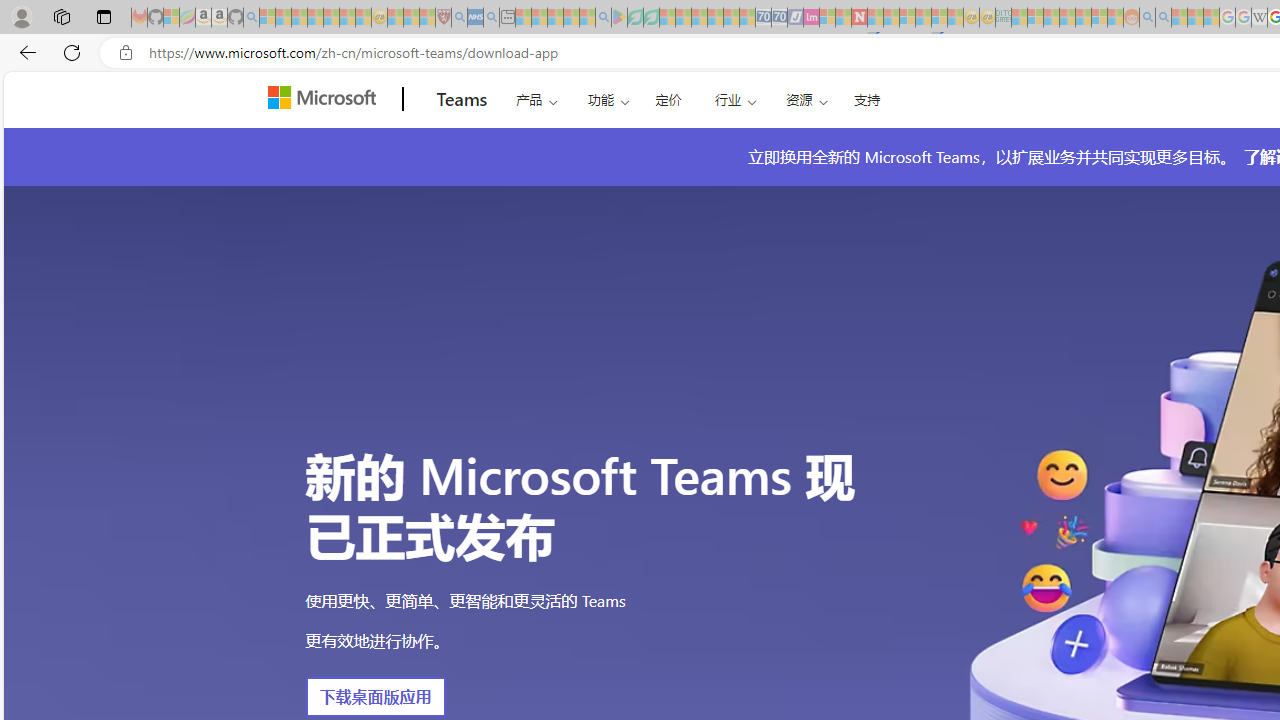 This screenshot has height=720, width=1280. I want to click on 'Pets - MSN - Sleeping', so click(570, 17).